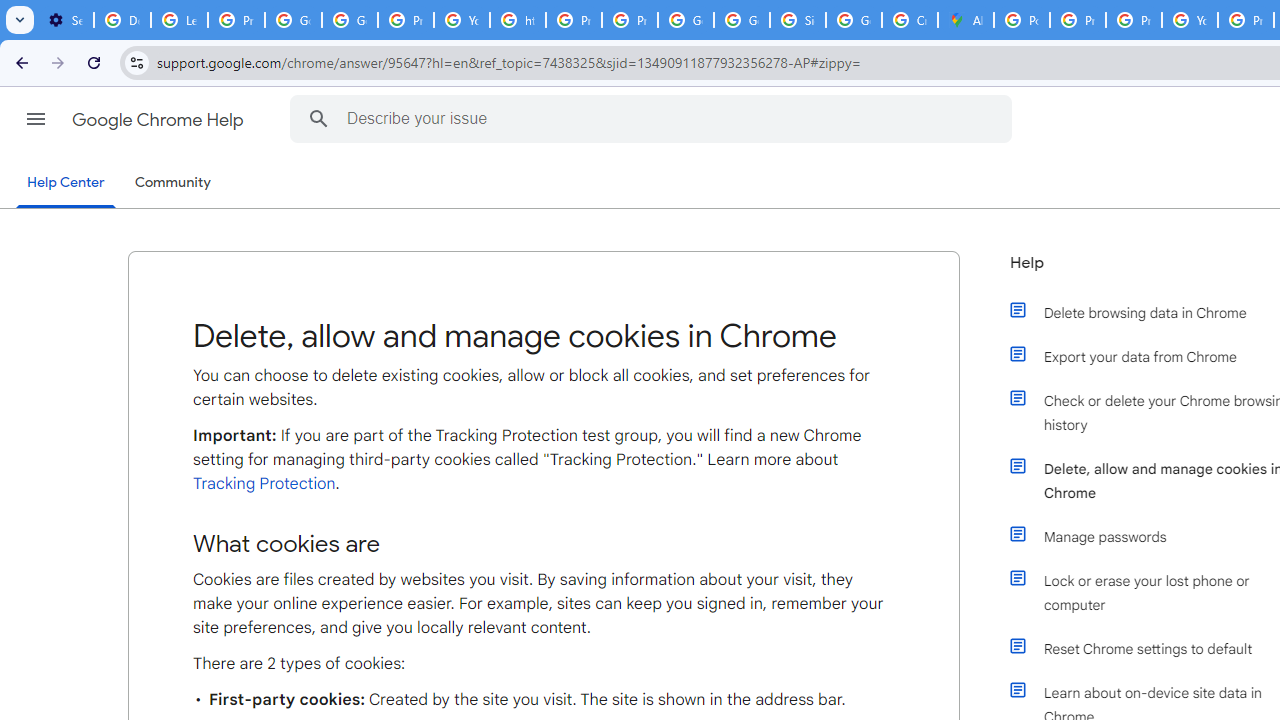 The height and width of the screenshot is (720, 1280). I want to click on 'Policy Accountability and Transparency - Transparency Center', so click(1022, 20).